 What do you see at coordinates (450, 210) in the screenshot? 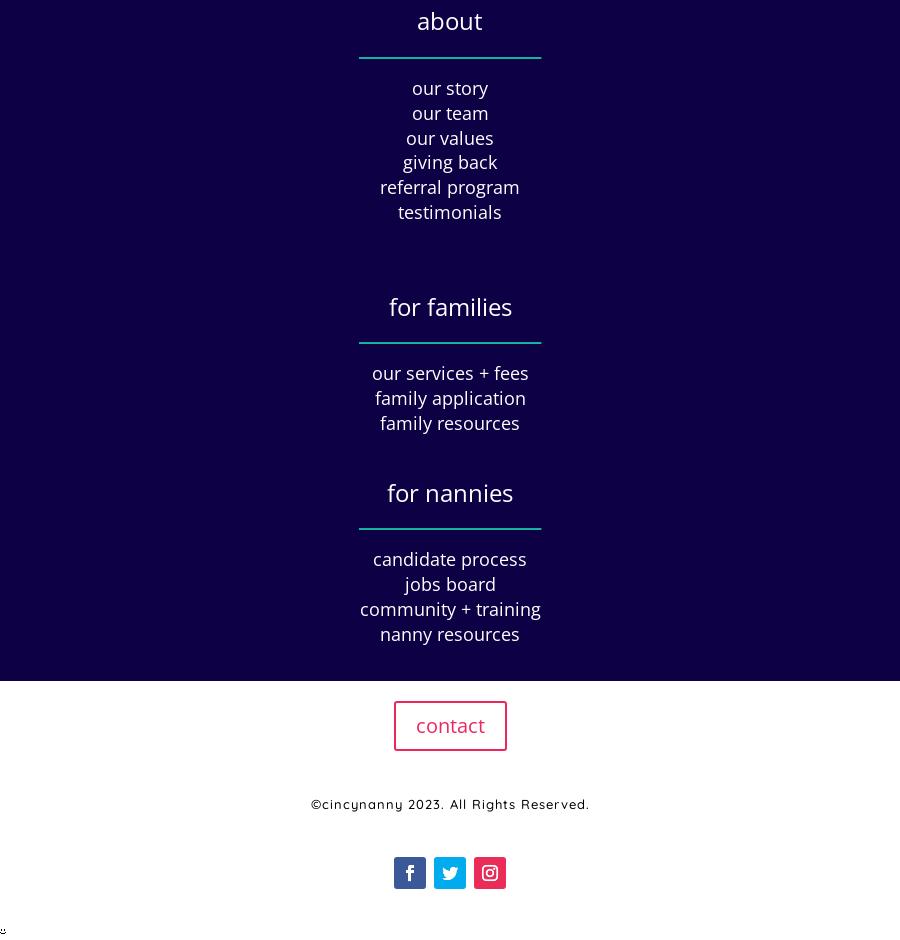
I see `'testimonials'` at bounding box center [450, 210].